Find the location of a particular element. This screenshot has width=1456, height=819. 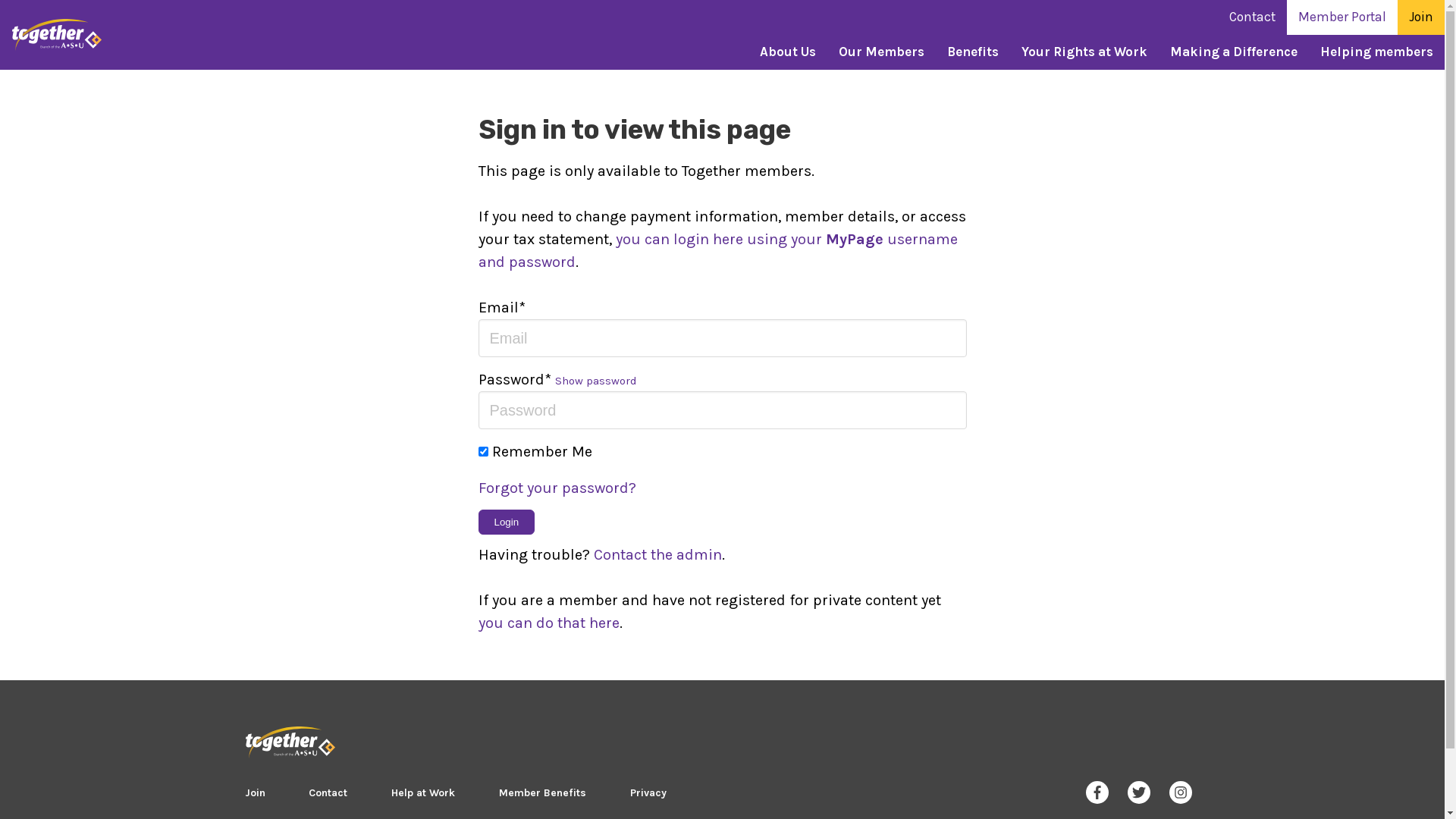

'Your Rights at Work' is located at coordinates (1084, 52).